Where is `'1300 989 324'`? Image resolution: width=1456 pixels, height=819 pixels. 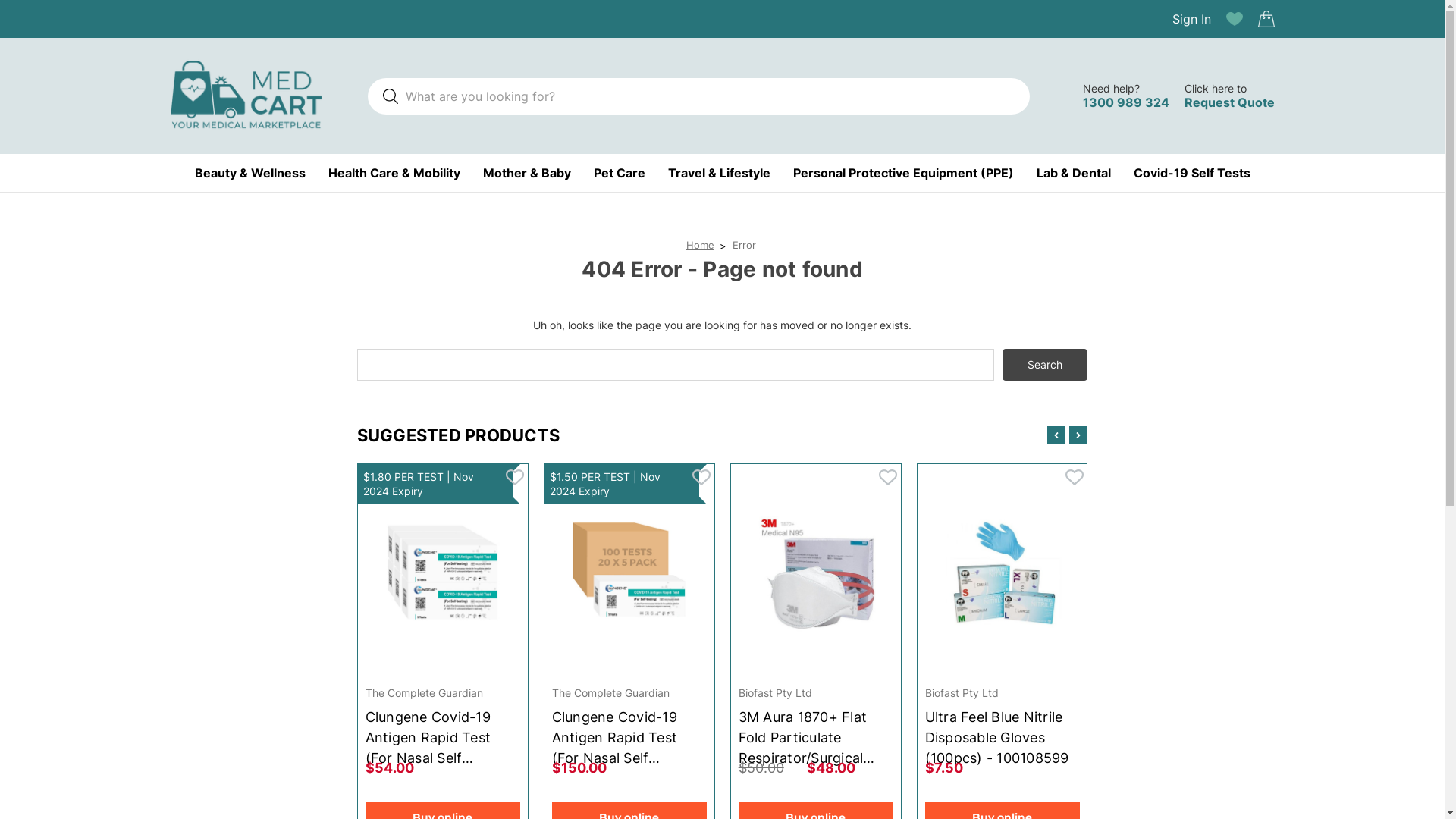 '1300 989 324' is located at coordinates (1082, 102).